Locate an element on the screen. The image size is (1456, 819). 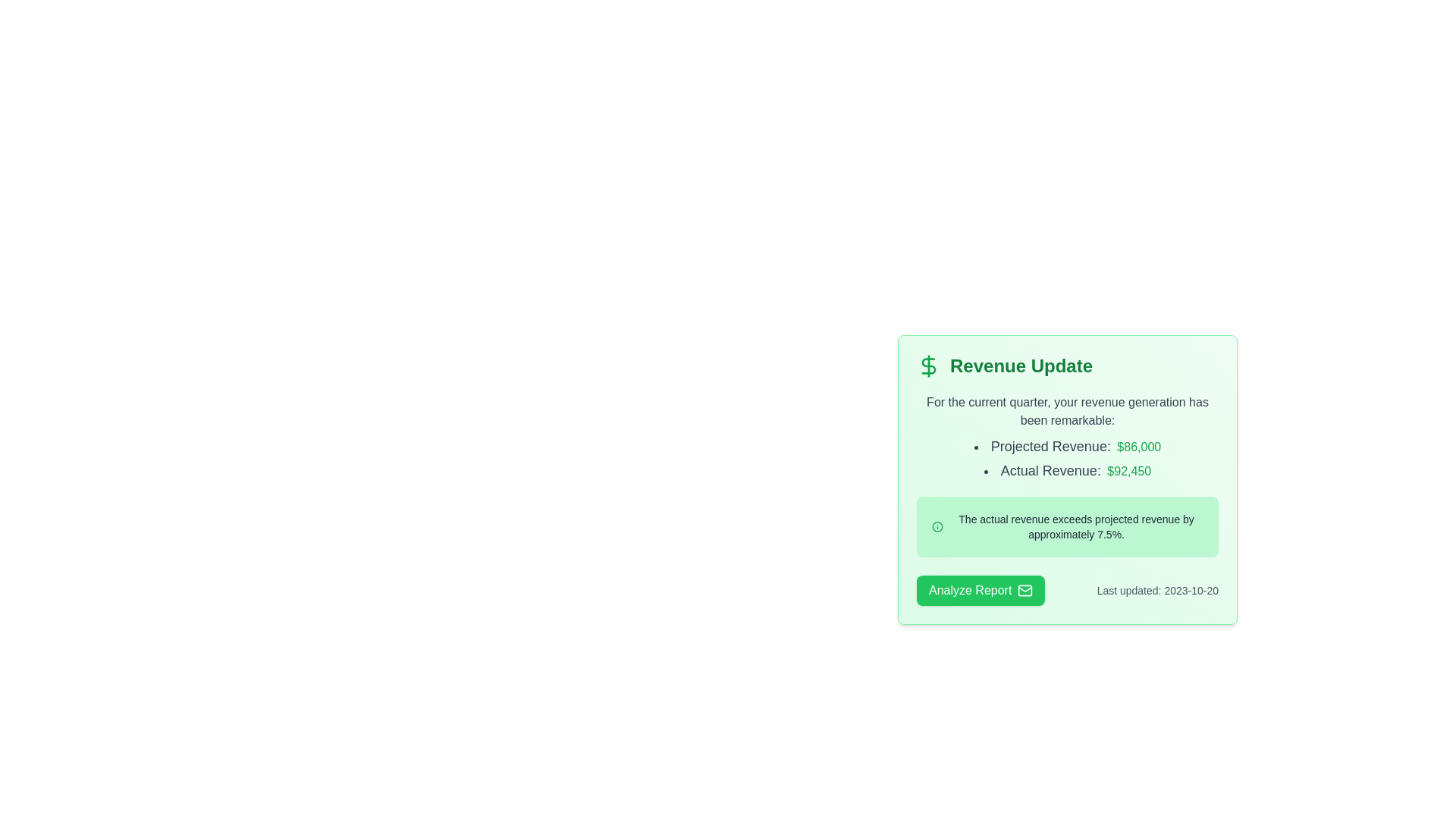
the envelope icon that is part of the 'Analyze Report' button located at the lower left corner of the button area is located at coordinates (1025, 590).